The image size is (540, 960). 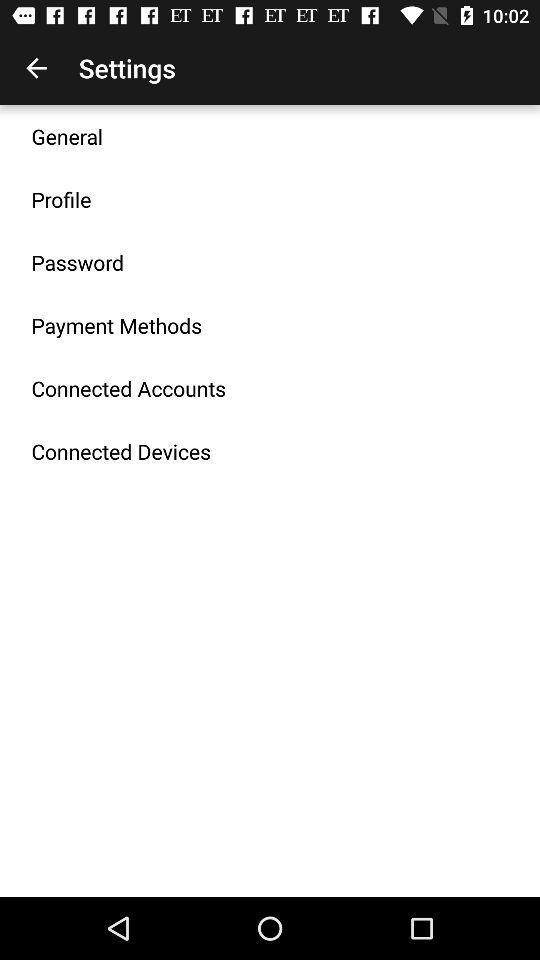 What do you see at coordinates (116, 325) in the screenshot?
I see `payment methods icon` at bounding box center [116, 325].